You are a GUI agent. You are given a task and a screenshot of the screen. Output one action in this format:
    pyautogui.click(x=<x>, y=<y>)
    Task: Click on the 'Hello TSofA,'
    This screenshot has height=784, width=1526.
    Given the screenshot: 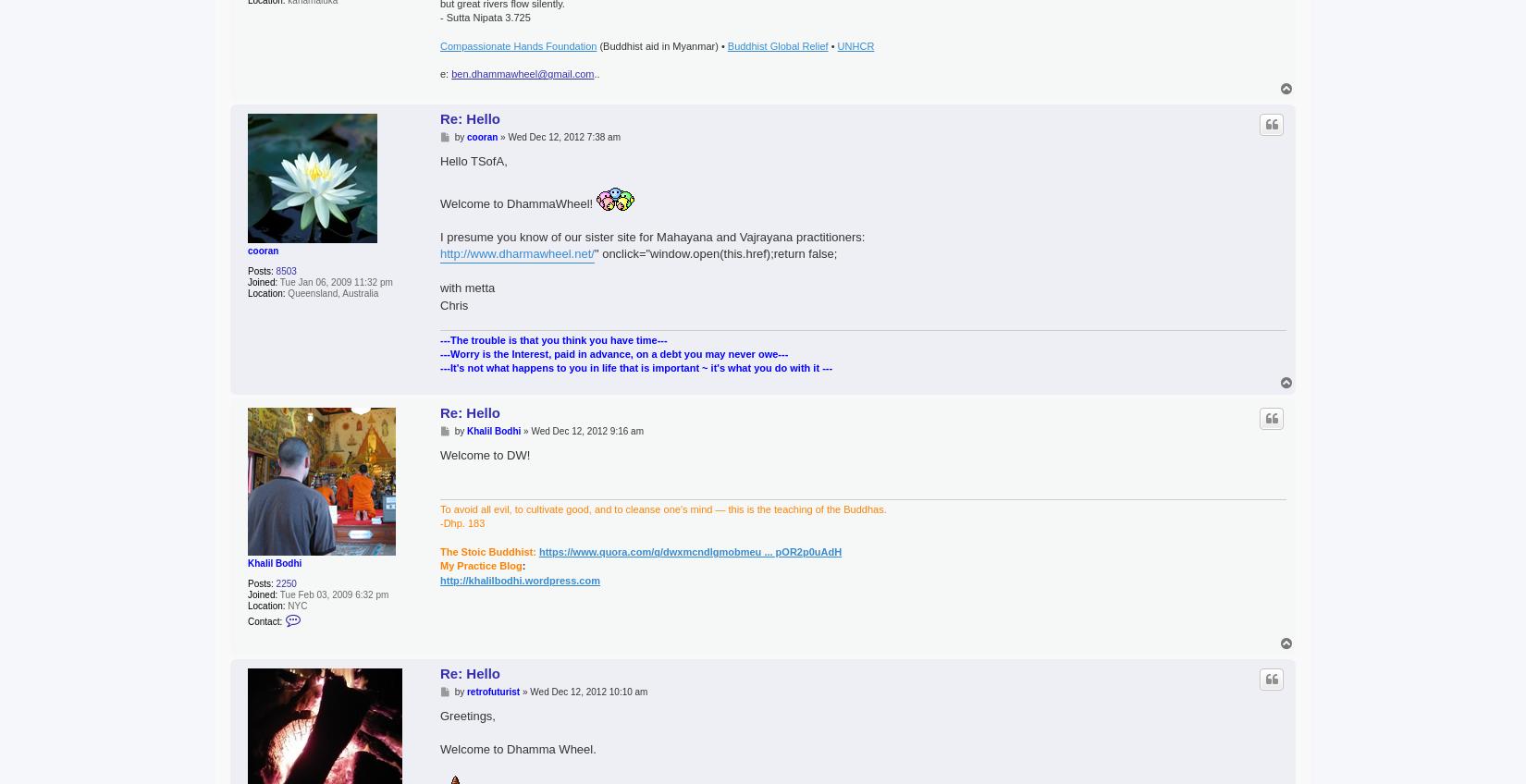 What is the action you would take?
    pyautogui.click(x=439, y=161)
    